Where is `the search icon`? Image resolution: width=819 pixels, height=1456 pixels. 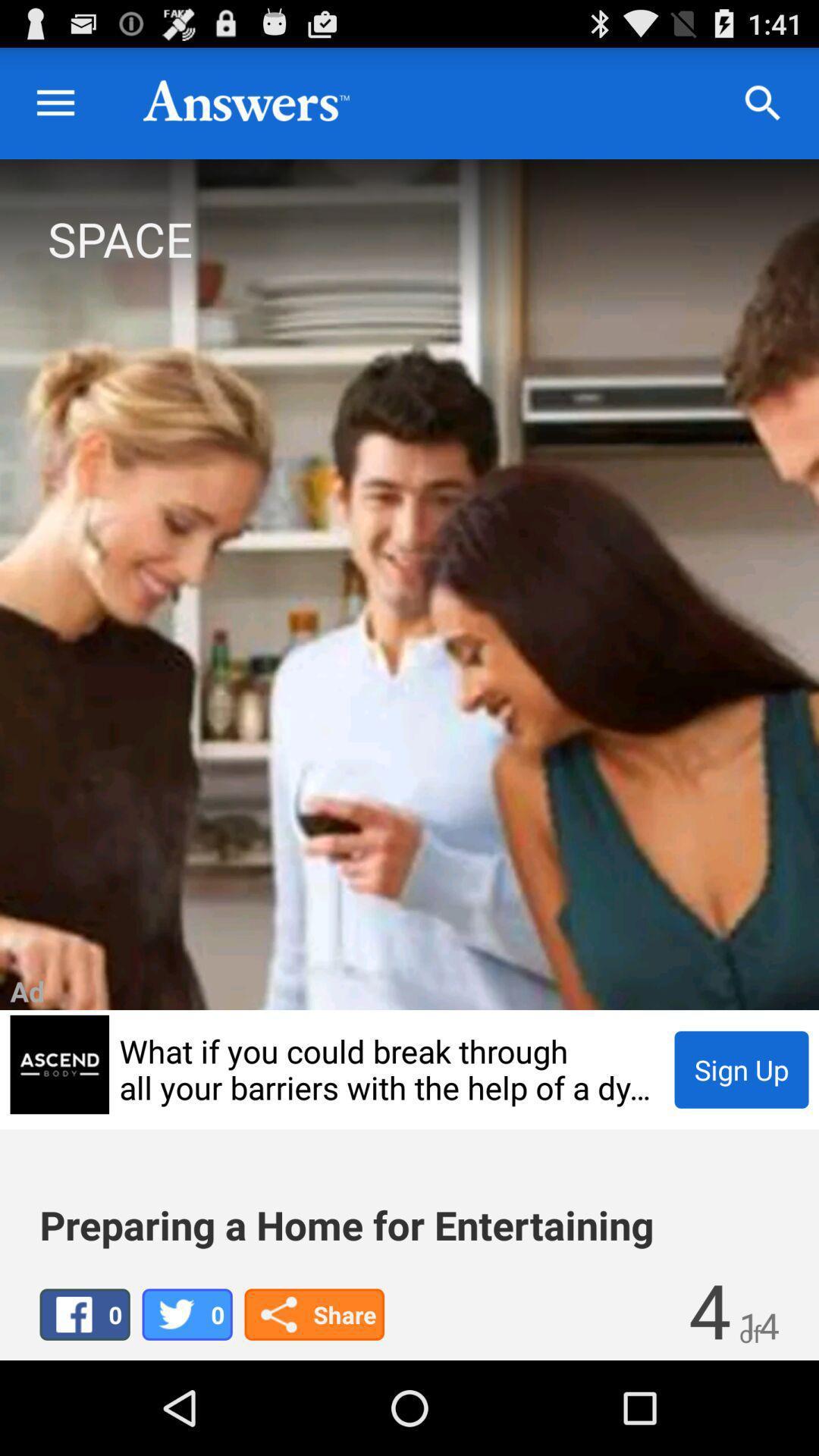
the search icon is located at coordinates (763, 110).